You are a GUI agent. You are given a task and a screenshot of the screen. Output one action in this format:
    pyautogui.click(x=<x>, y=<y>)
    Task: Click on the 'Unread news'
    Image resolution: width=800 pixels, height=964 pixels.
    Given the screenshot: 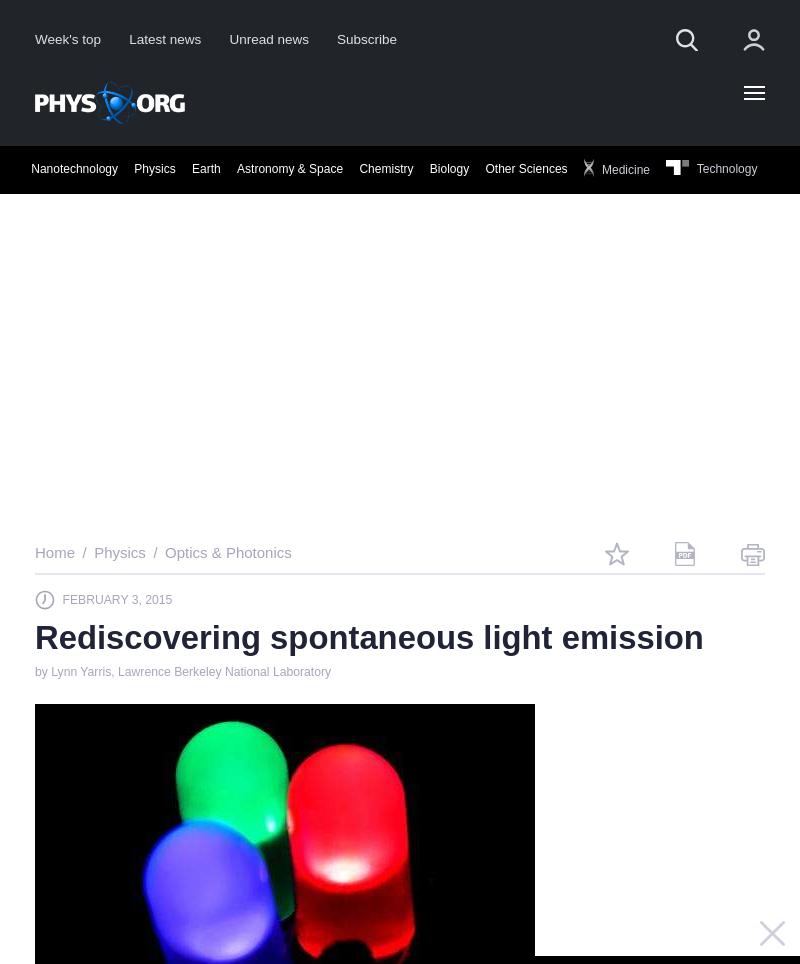 What is the action you would take?
    pyautogui.click(x=268, y=37)
    